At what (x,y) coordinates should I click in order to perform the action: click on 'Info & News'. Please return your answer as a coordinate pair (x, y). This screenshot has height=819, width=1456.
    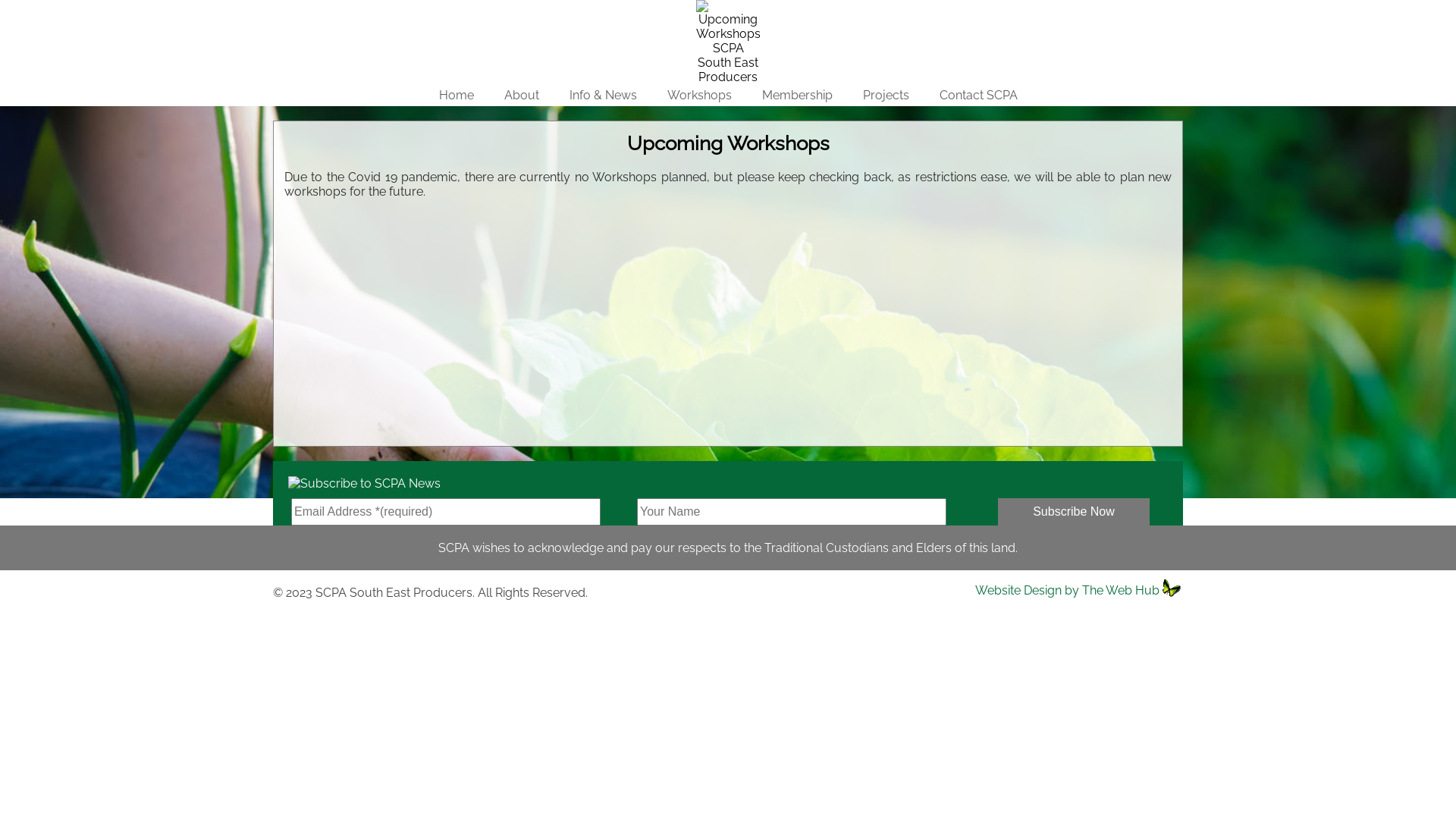
    Looking at the image, I should click on (601, 95).